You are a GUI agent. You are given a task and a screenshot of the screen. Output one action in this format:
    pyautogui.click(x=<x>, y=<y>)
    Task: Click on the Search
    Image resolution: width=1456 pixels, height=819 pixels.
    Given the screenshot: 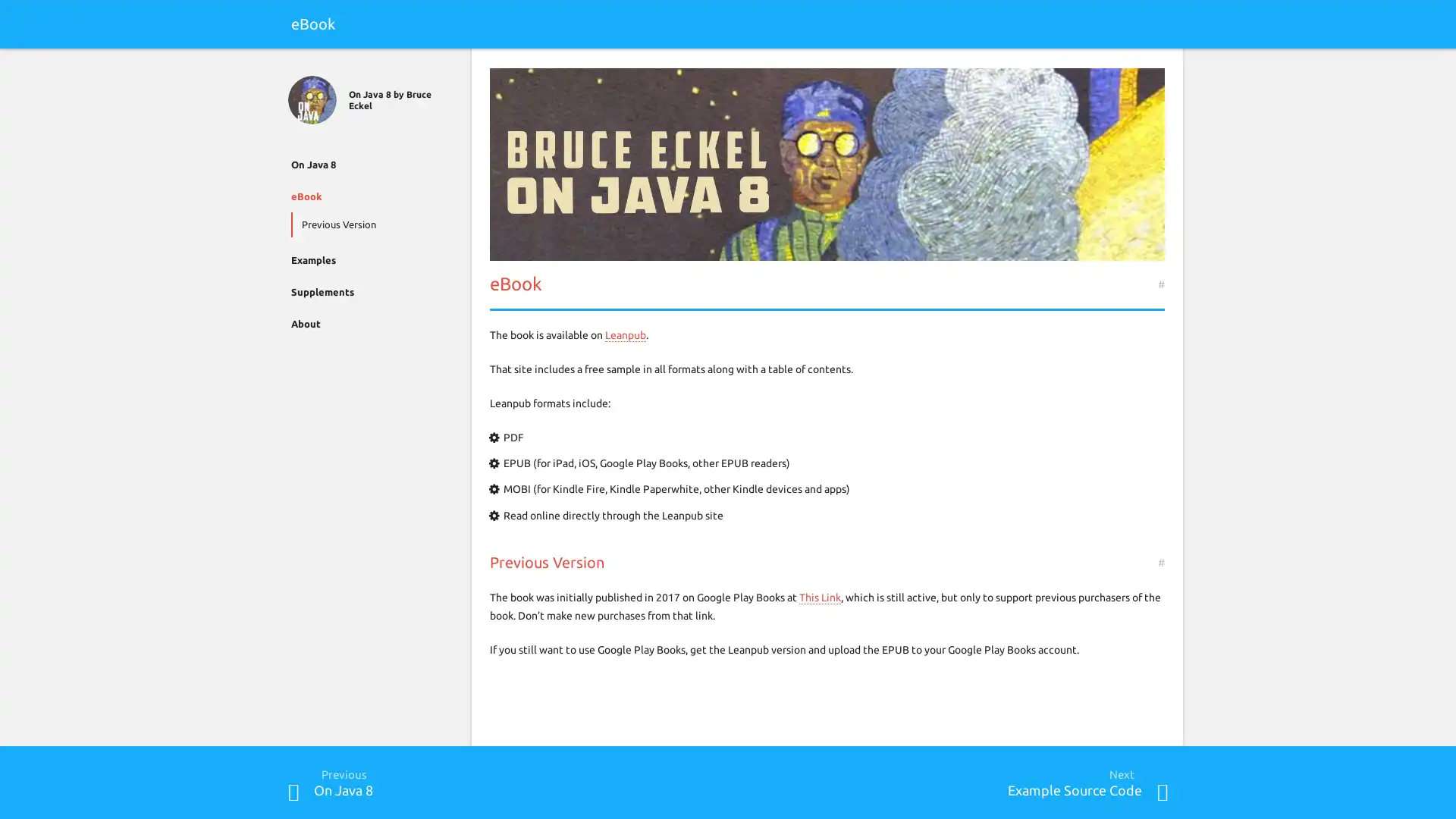 What is the action you would take?
    pyautogui.click(x=1161, y=66)
    